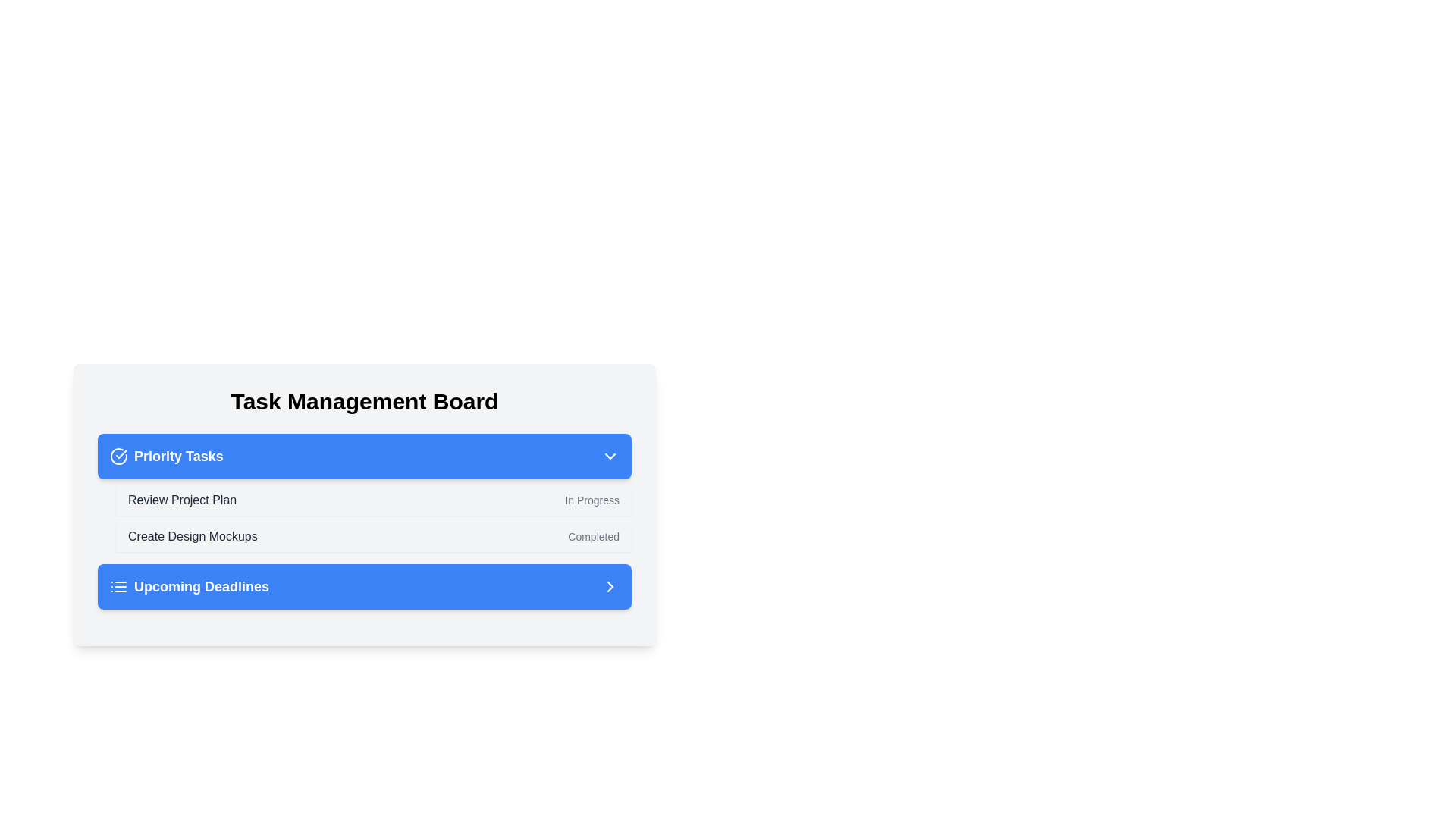  I want to click on the arrow icon on the far right side of the 'Upcoming Deadlines' blue bar in the 'Task Management Board' interface, so click(610, 586).